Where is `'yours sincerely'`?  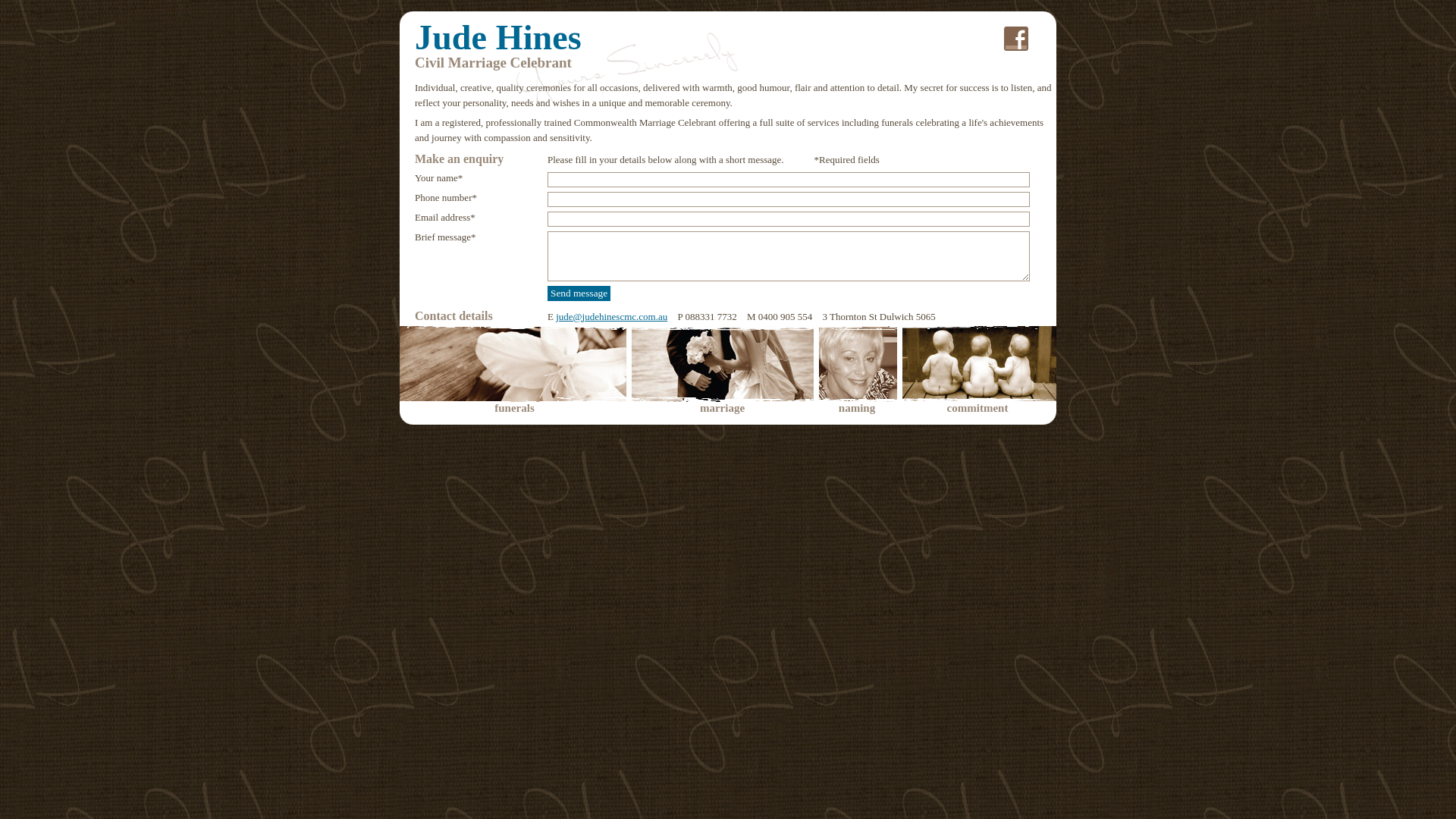 'yours sincerely' is located at coordinates (513, 64).